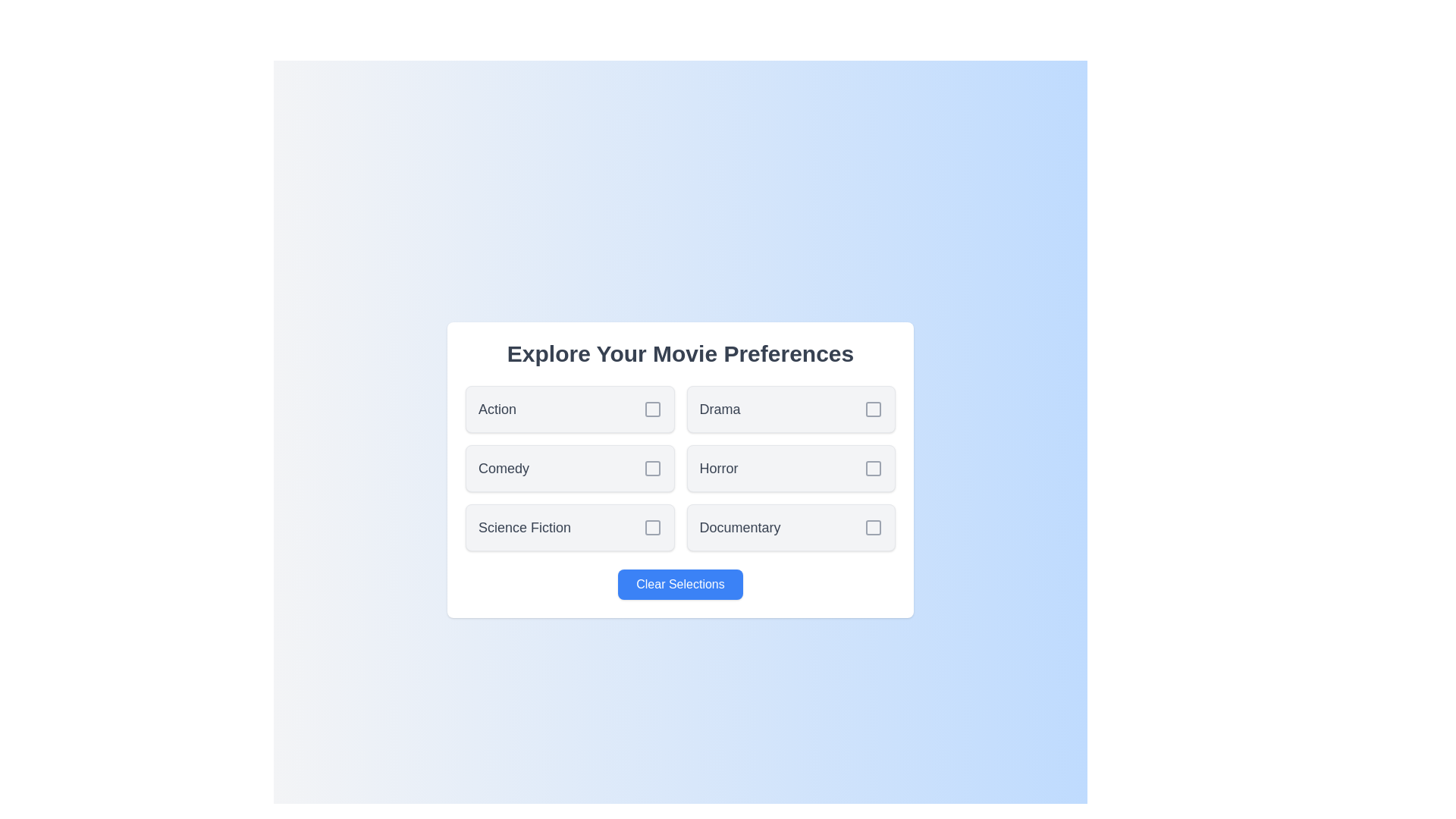 The image size is (1456, 819). What do you see at coordinates (790, 526) in the screenshot?
I see `the genre Documentary` at bounding box center [790, 526].